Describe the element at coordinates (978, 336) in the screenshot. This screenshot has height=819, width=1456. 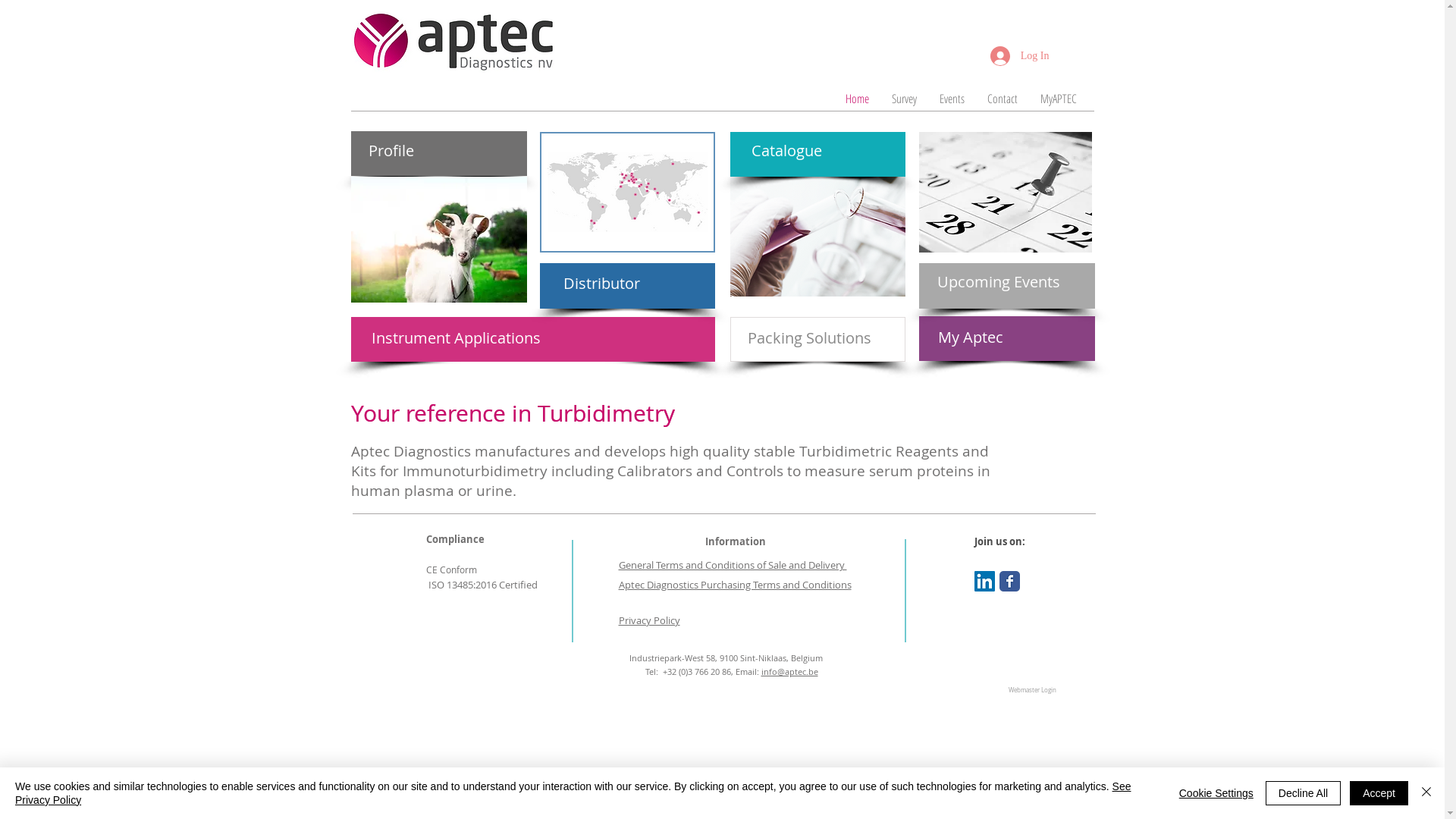
I see `'My Aptec'` at that location.